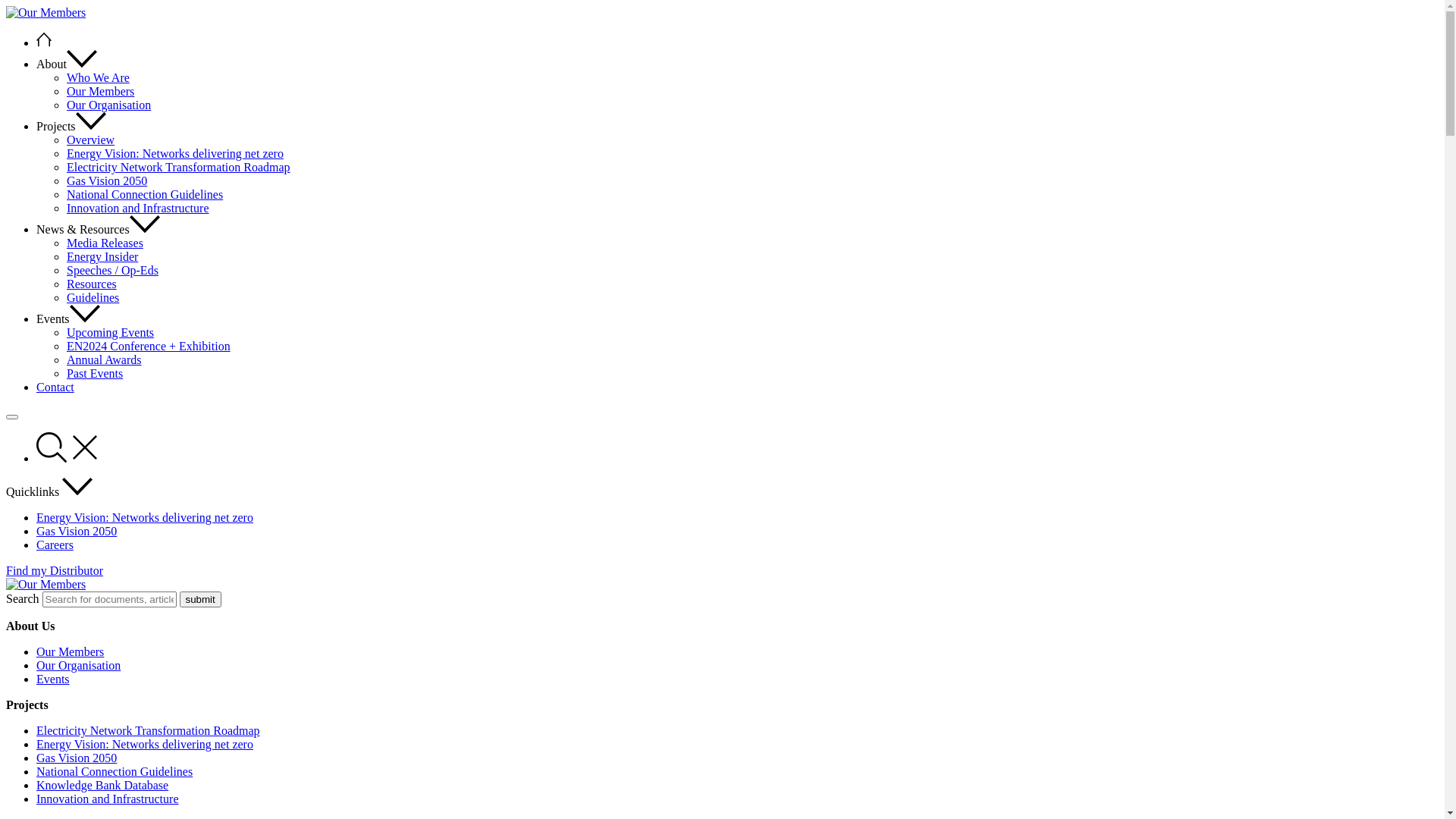 Image resolution: width=1456 pixels, height=819 pixels. What do you see at coordinates (97, 77) in the screenshot?
I see `'Who We Are'` at bounding box center [97, 77].